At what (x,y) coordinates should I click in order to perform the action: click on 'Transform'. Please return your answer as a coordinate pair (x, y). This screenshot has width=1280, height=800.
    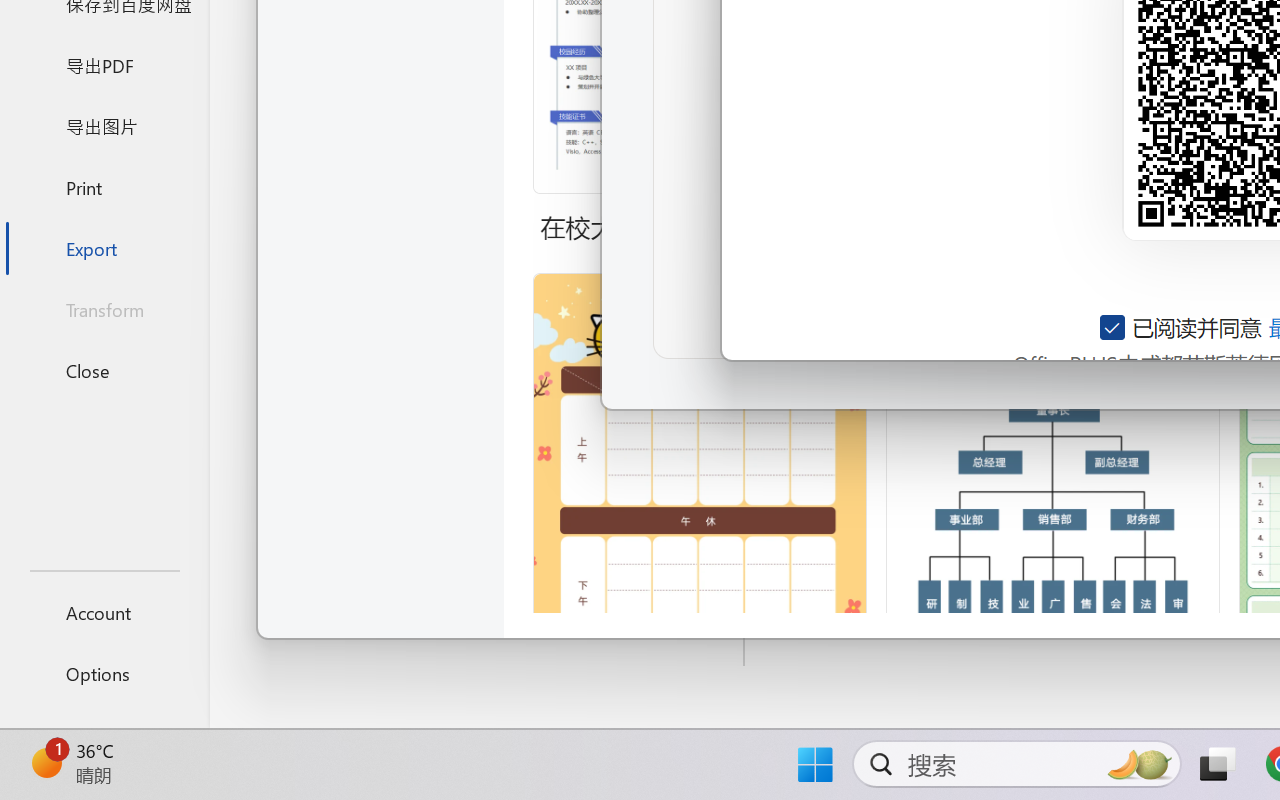
    Looking at the image, I should click on (103, 308).